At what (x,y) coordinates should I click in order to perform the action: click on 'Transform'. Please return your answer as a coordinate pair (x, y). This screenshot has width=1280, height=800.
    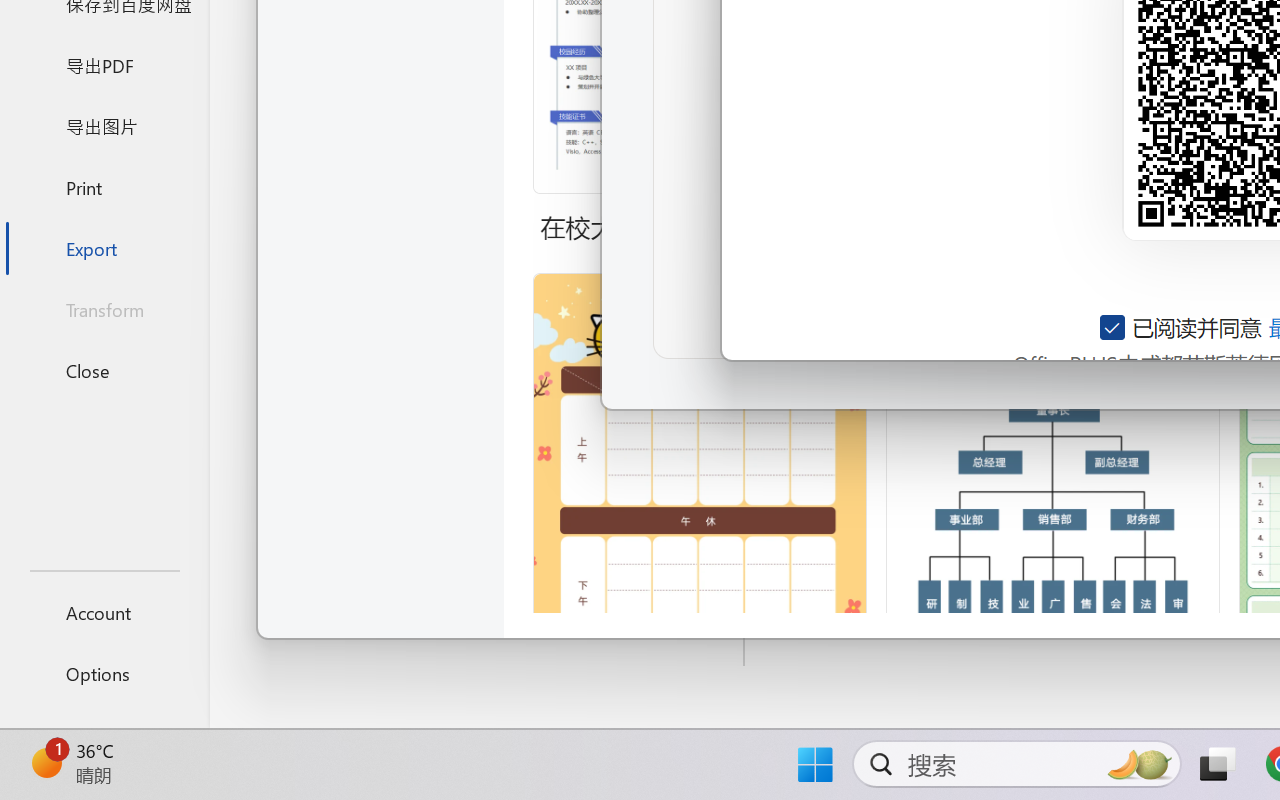
    Looking at the image, I should click on (103, 308).